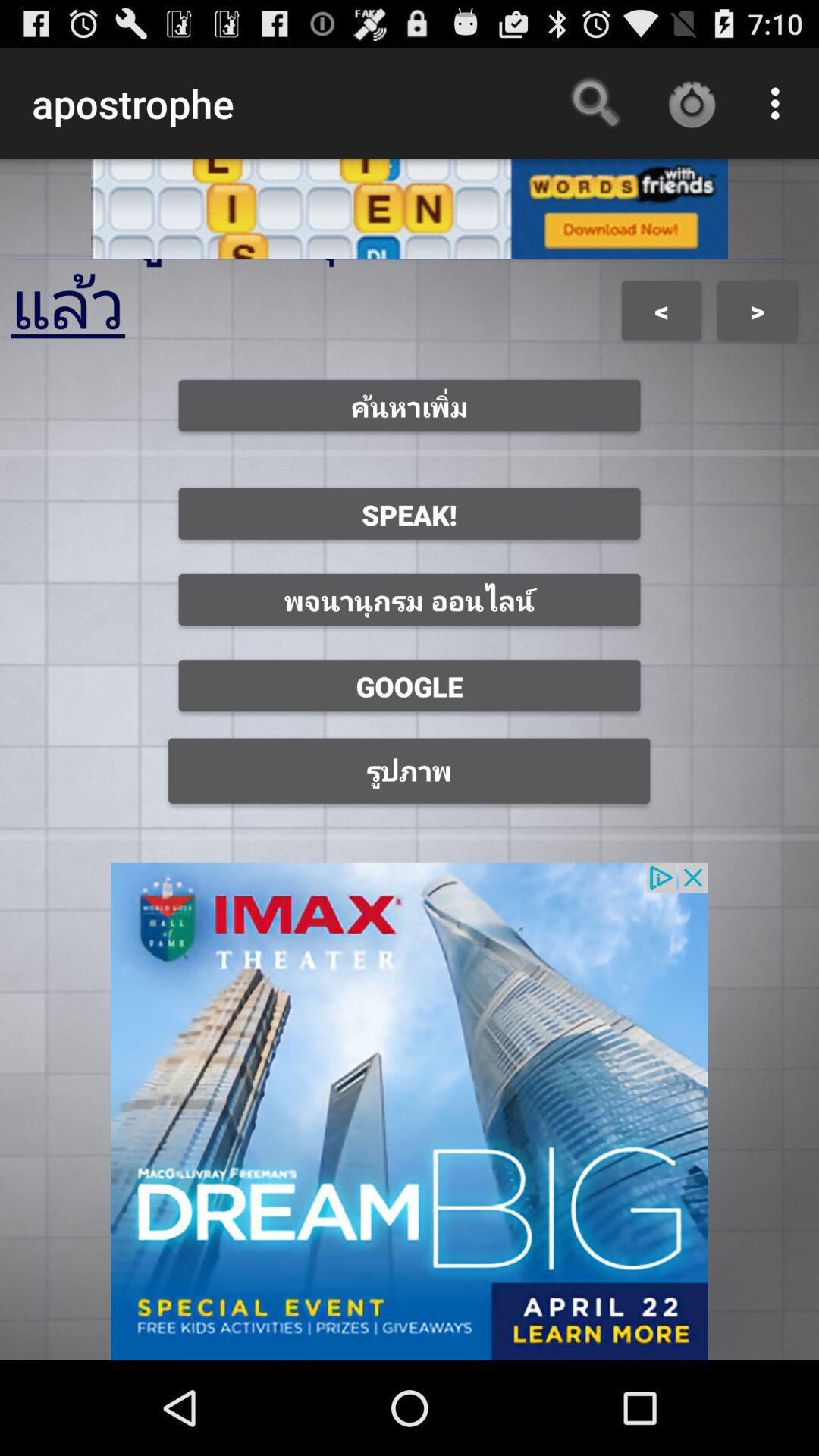 The height and width of the screenshot is (1456, 819). What do you see at coordinates (595, 103) in the screenshot?
I see `the first icon on the top right of the page` at bounding box center [595, 103].